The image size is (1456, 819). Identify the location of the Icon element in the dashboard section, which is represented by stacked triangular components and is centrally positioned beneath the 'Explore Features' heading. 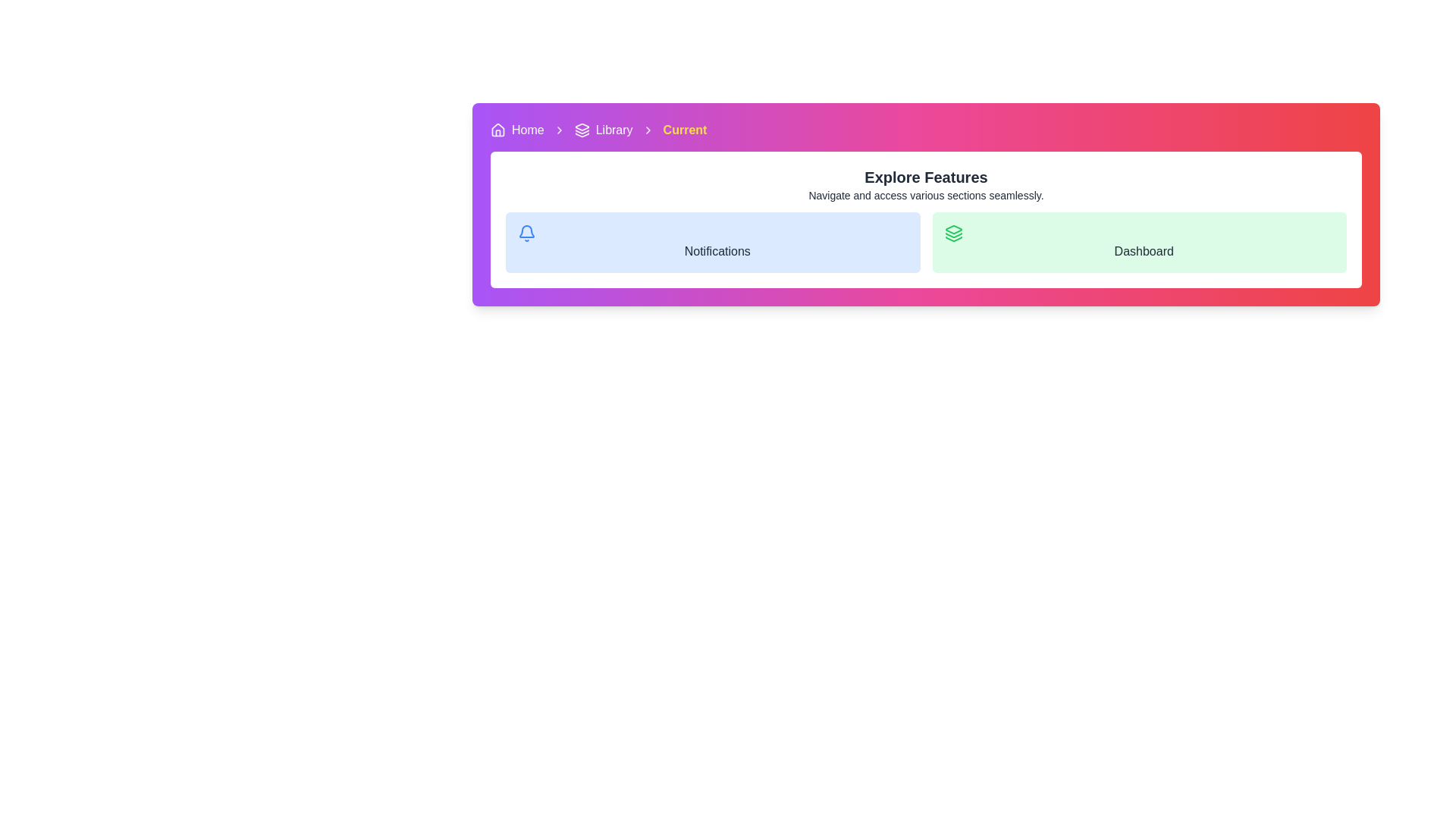
(952, 230).